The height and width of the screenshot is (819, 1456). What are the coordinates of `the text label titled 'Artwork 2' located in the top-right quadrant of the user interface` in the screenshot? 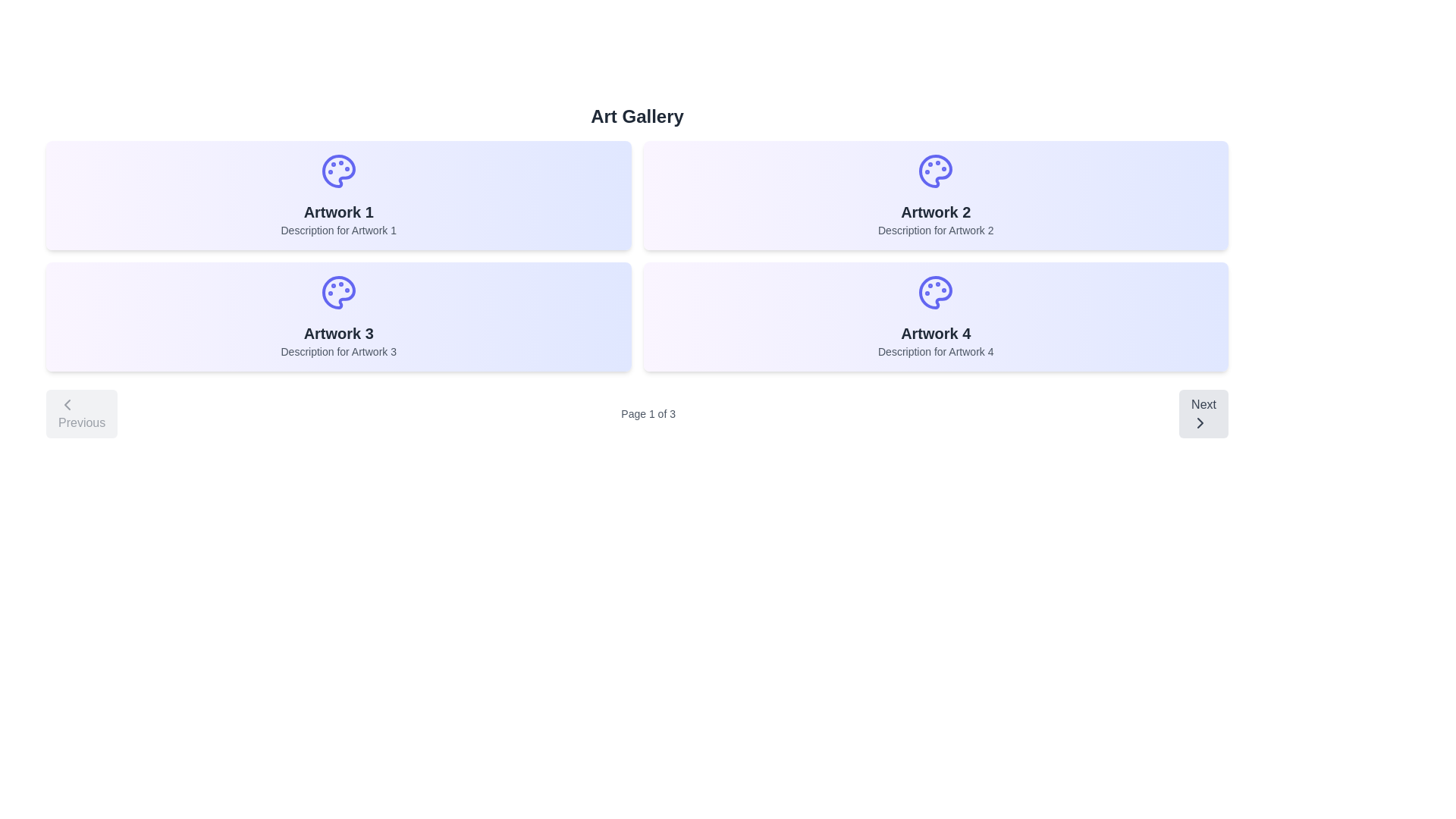 It's located at (935, 212).